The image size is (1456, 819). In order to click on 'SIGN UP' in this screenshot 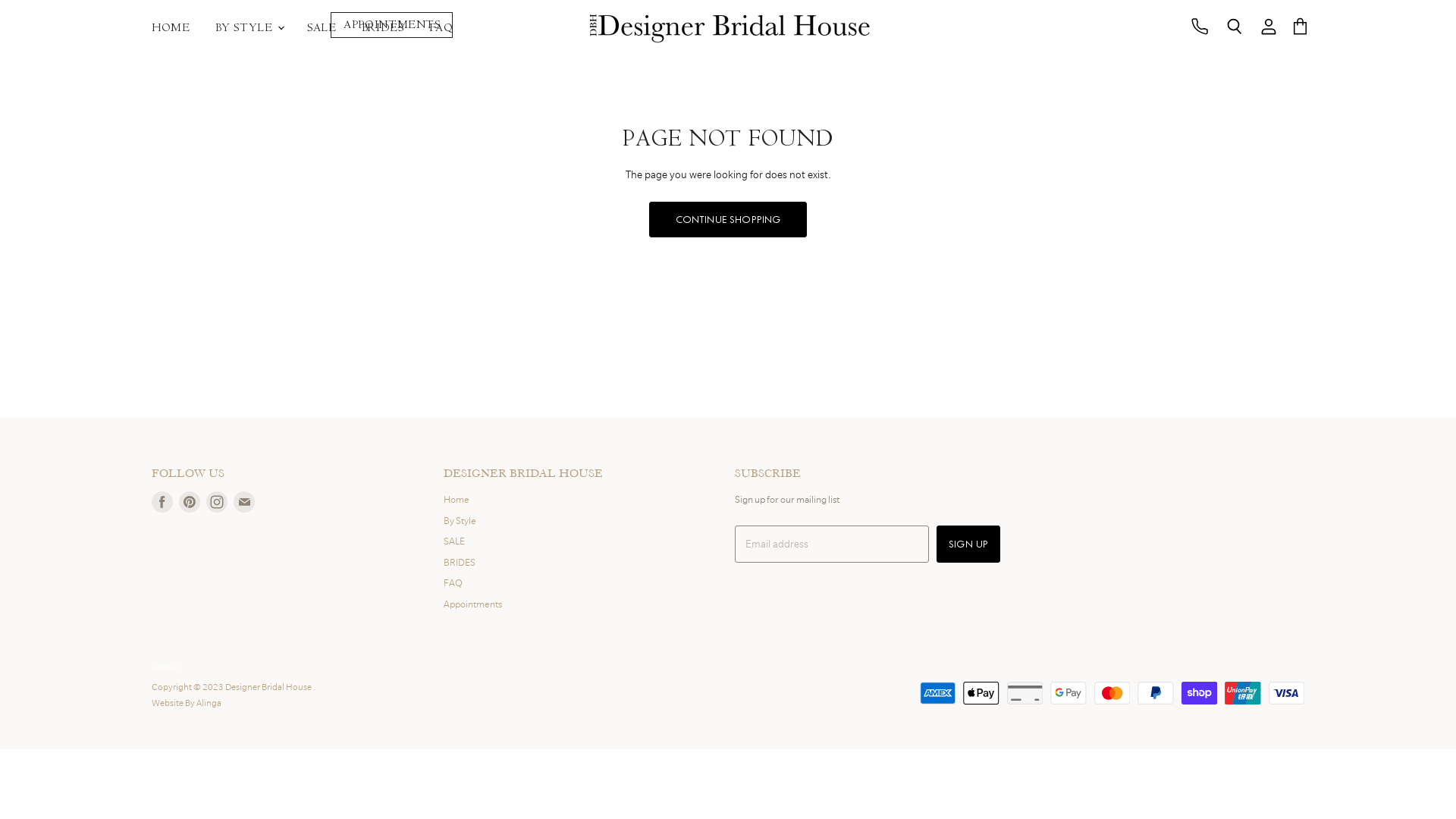, I will do `click(935, 543)`.